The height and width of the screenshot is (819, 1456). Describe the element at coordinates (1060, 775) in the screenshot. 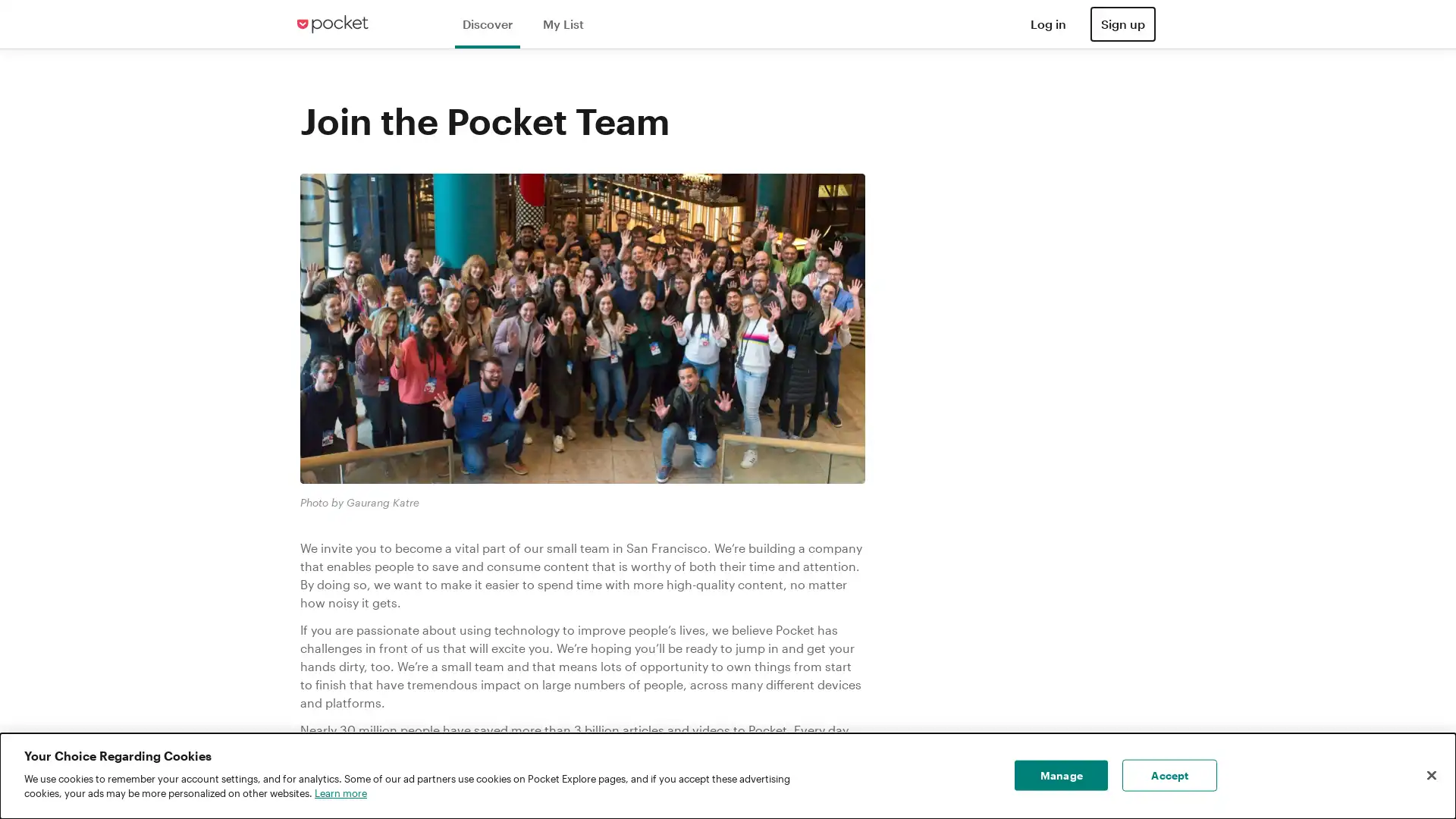

I see `Manage` at that location.